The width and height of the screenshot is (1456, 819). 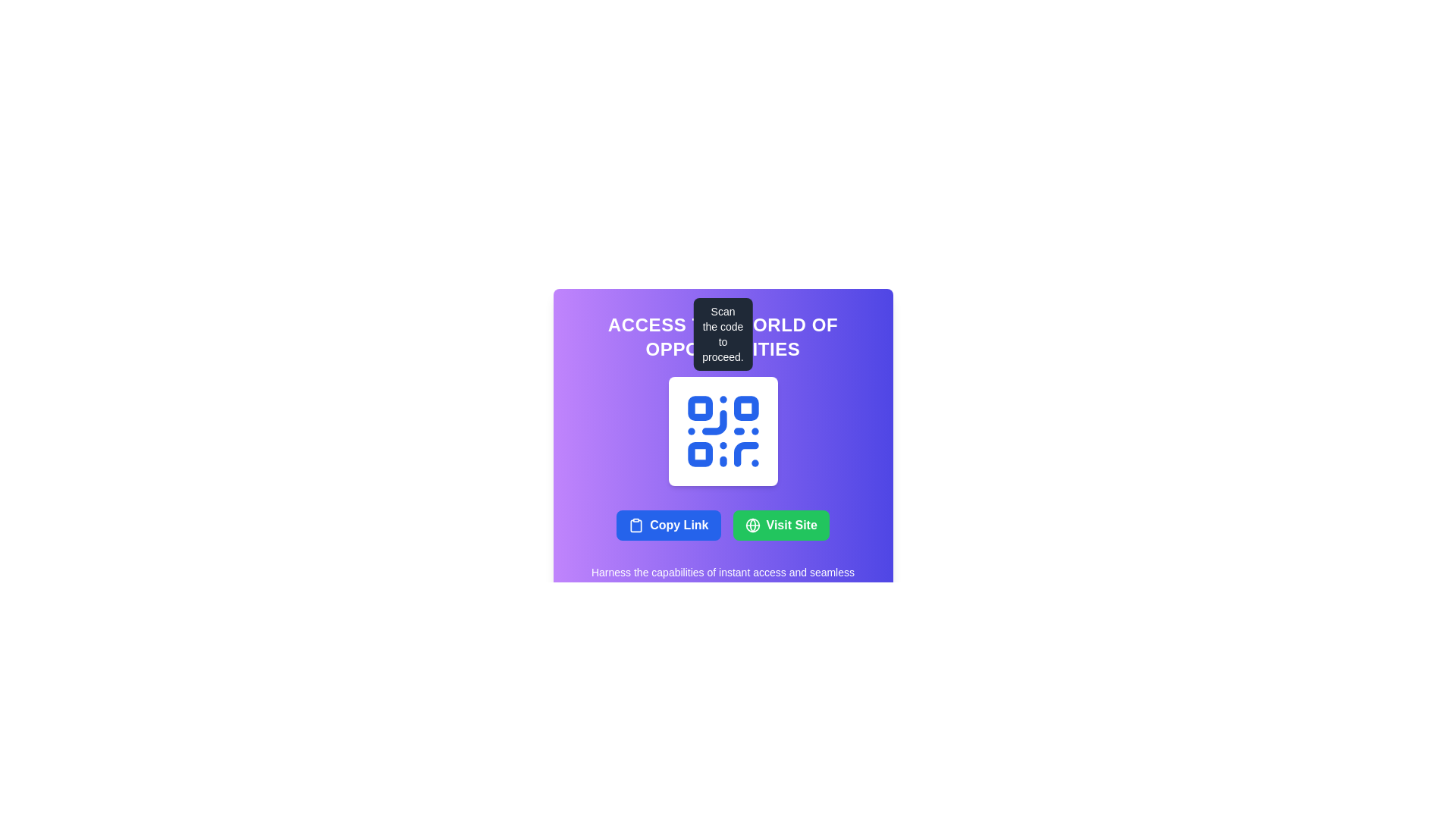 I want to click on the left button below the QR code, which is used to copy a link to the clipboard, so click(x=667, y=525).